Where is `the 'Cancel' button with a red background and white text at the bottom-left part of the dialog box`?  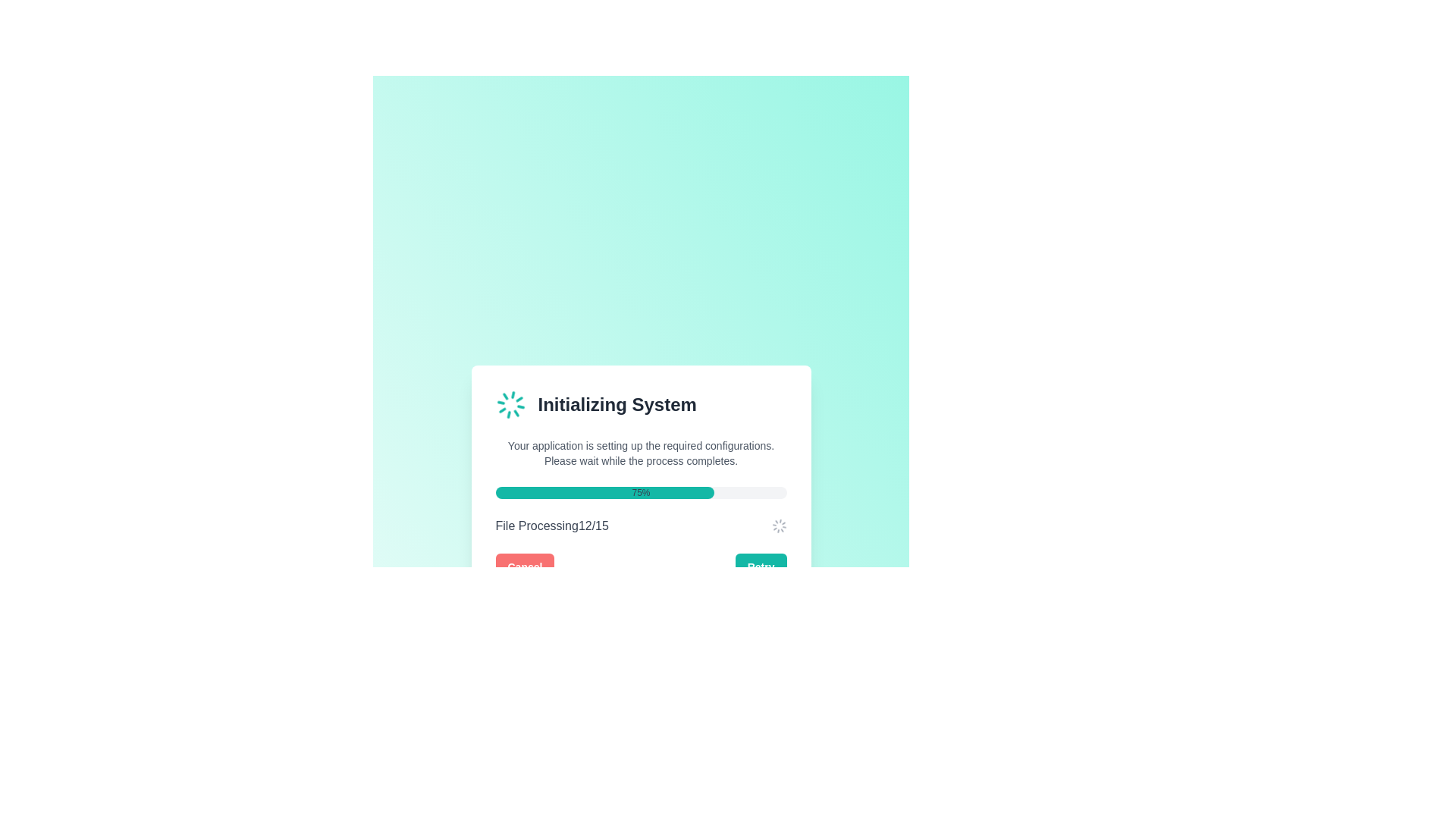
the 'Cancel' button with a red background and white text at the bottom-left part of the dialog box is located at coordinates (525, 567).